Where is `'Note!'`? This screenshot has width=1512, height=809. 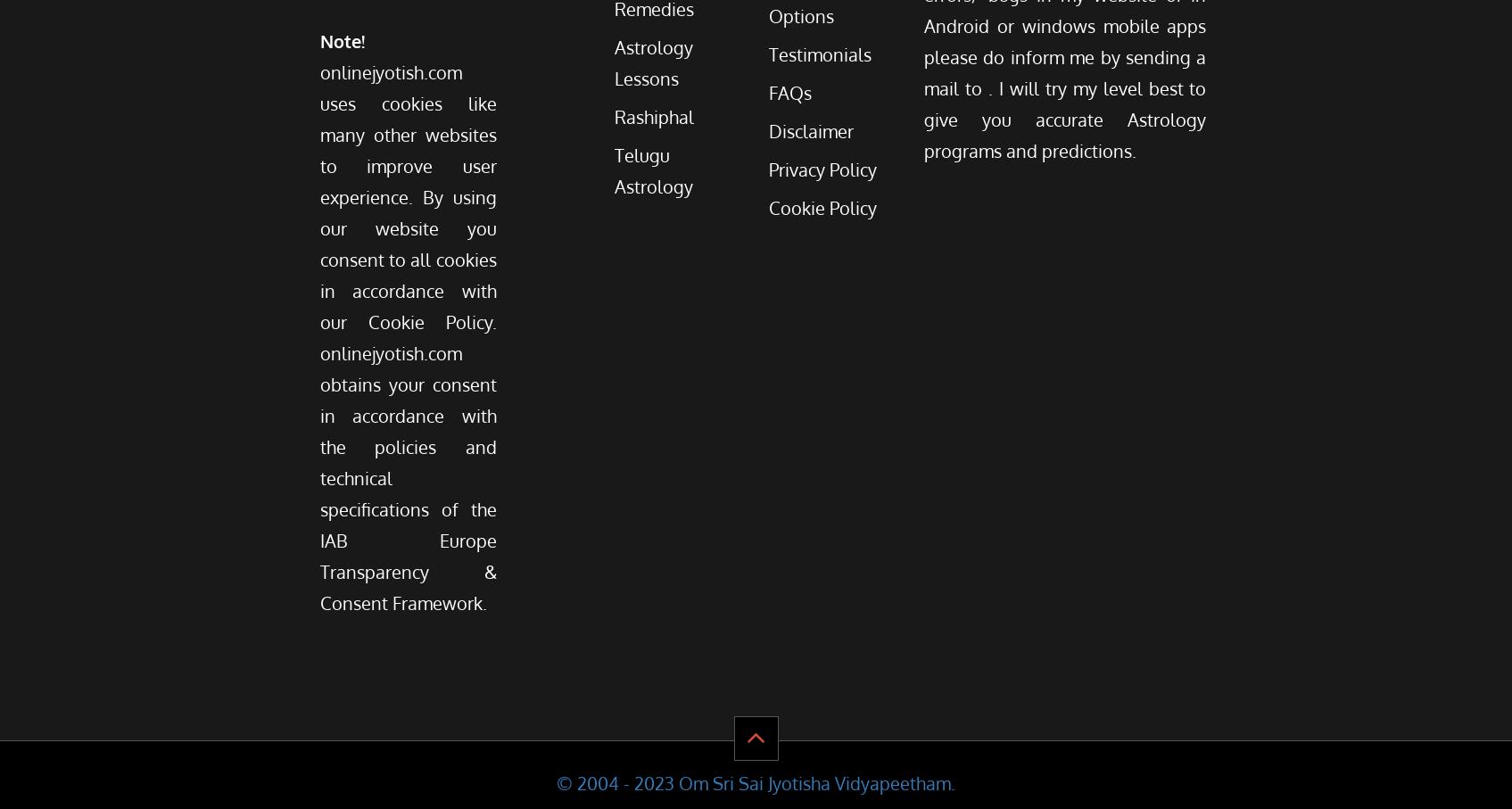 'Note!' is located at coordinates (341, 39).